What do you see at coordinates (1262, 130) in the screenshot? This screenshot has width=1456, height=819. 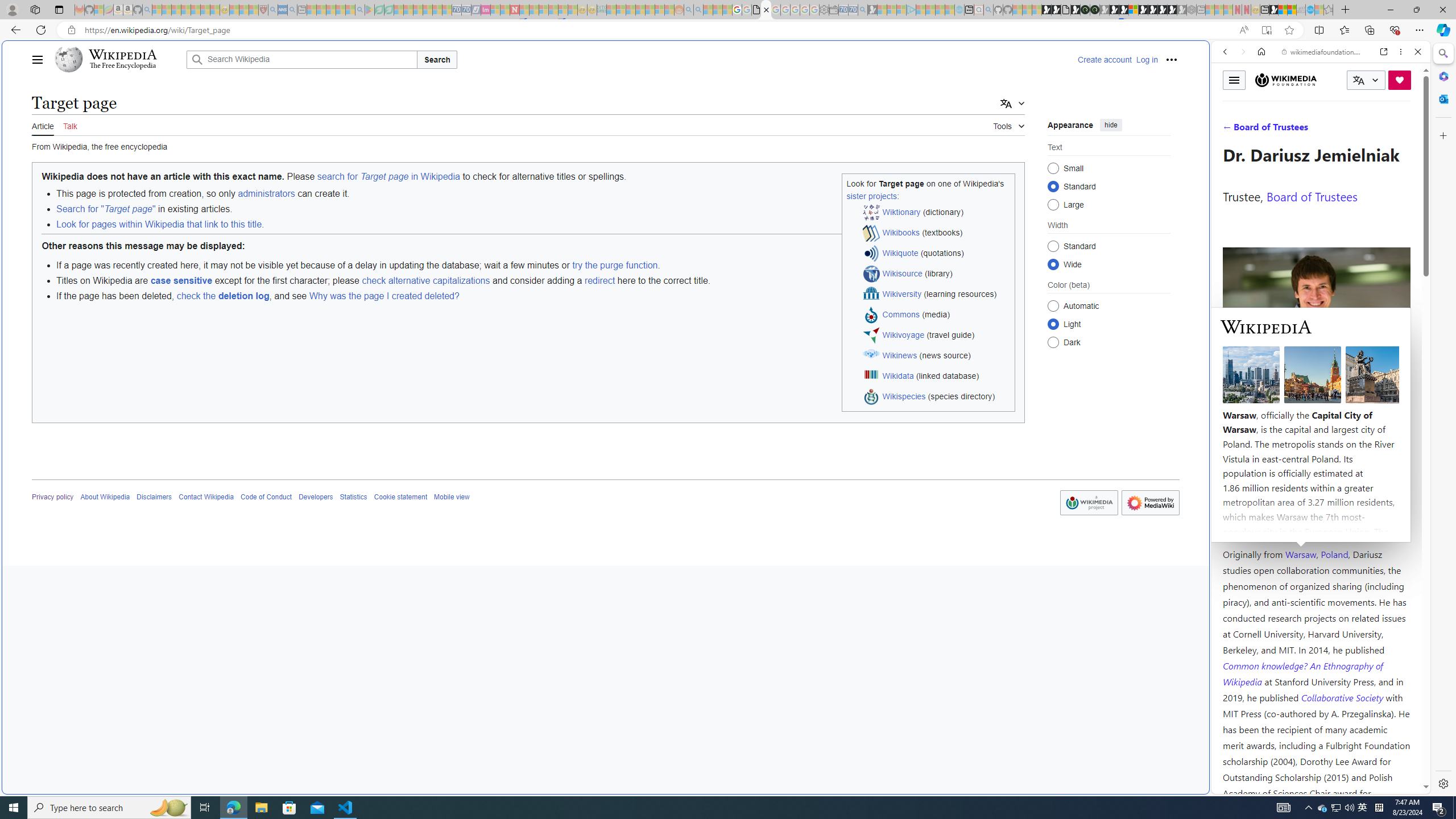 I see `'IMAGES'` at bounding box center [1262, 130].